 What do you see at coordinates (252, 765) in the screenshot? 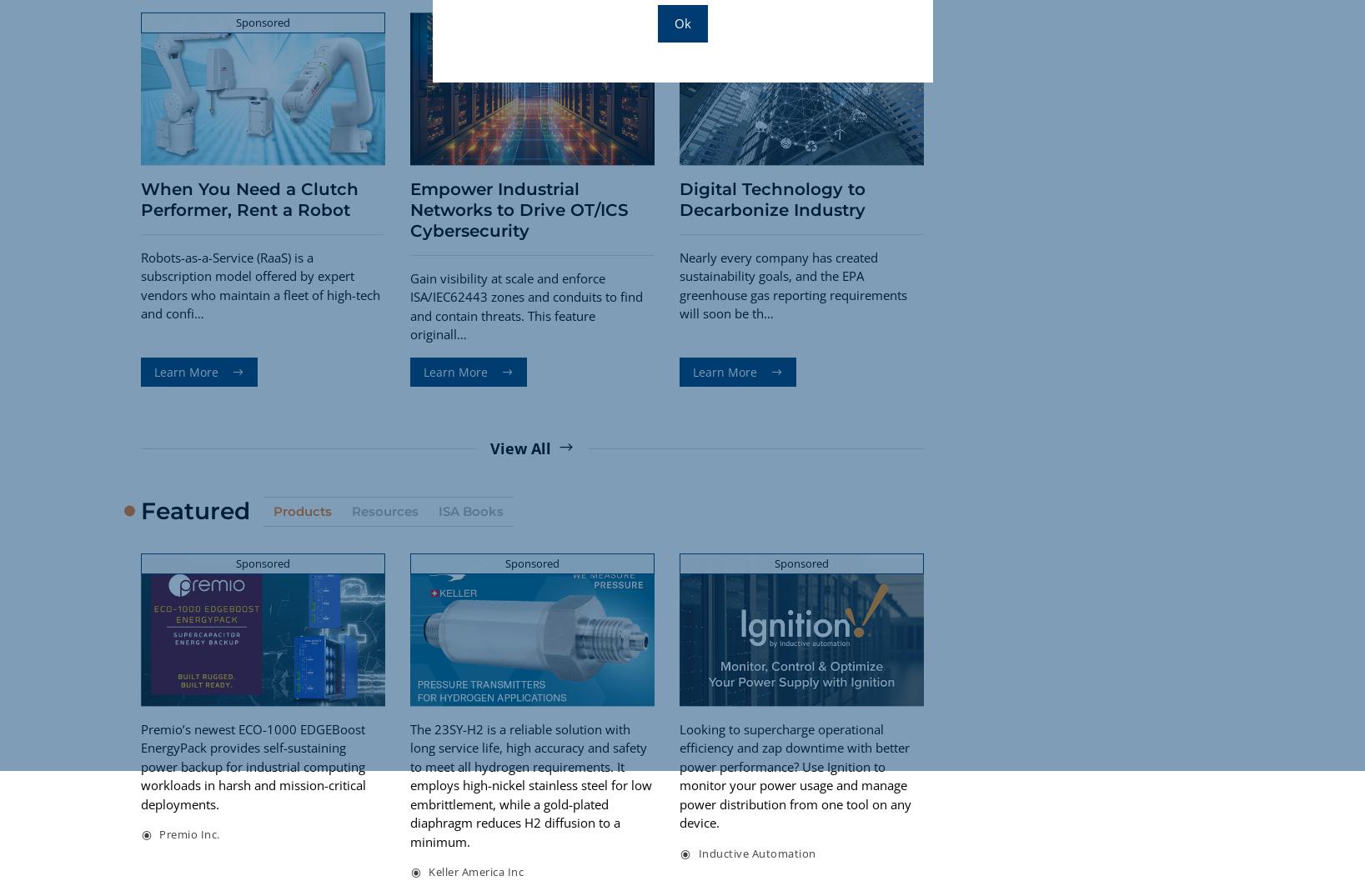
I see `'Premio’s newest ECO-1000 EDGEBoost EnergyPack provides self-sustaining power backup for industrial computing workloads in harsh and mission-critical deployments.'` at bounding box center [252, 765].